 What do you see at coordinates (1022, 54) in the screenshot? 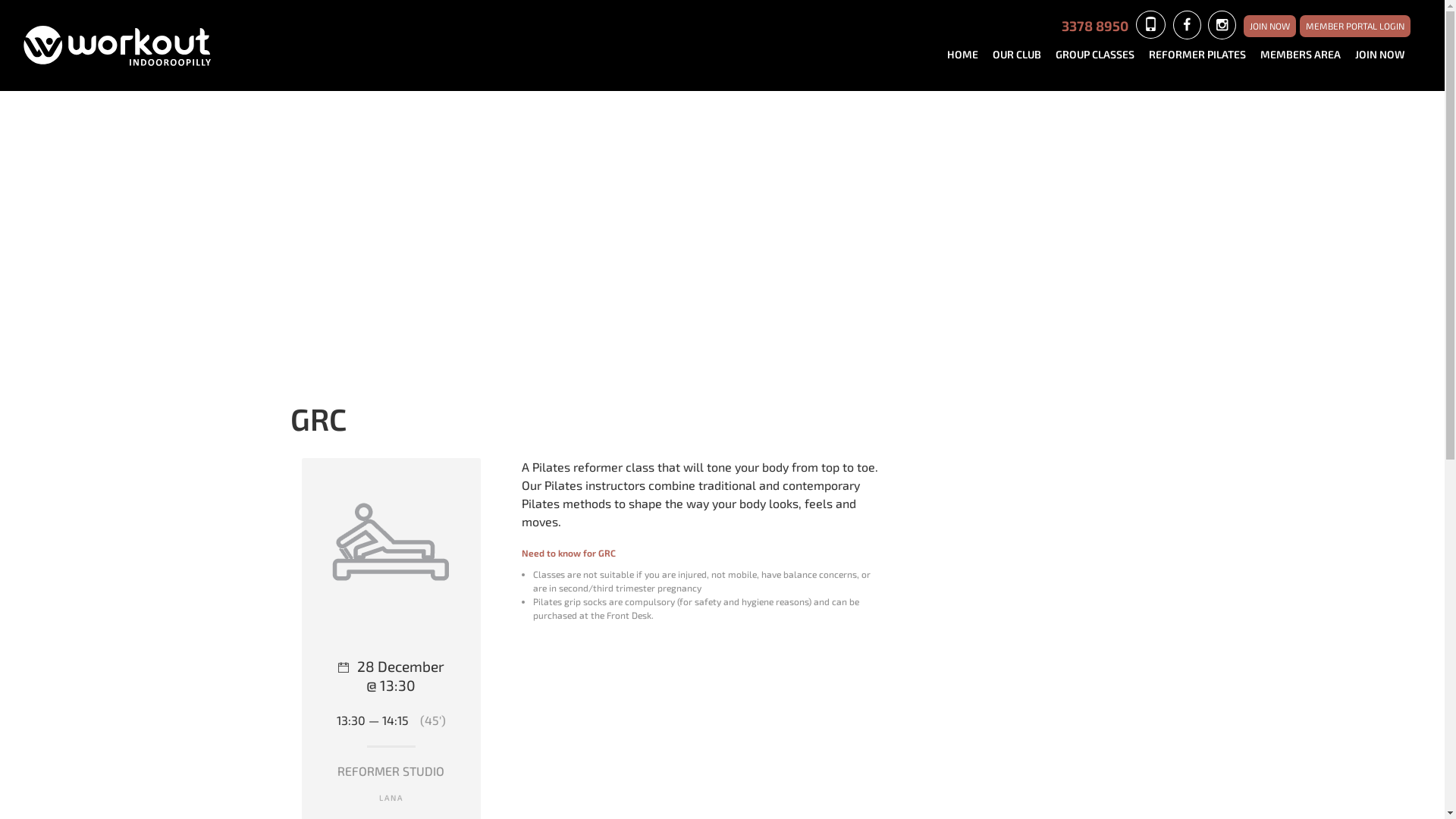
I see `'OUR CLUB'` at bounding box center [1022, 54].